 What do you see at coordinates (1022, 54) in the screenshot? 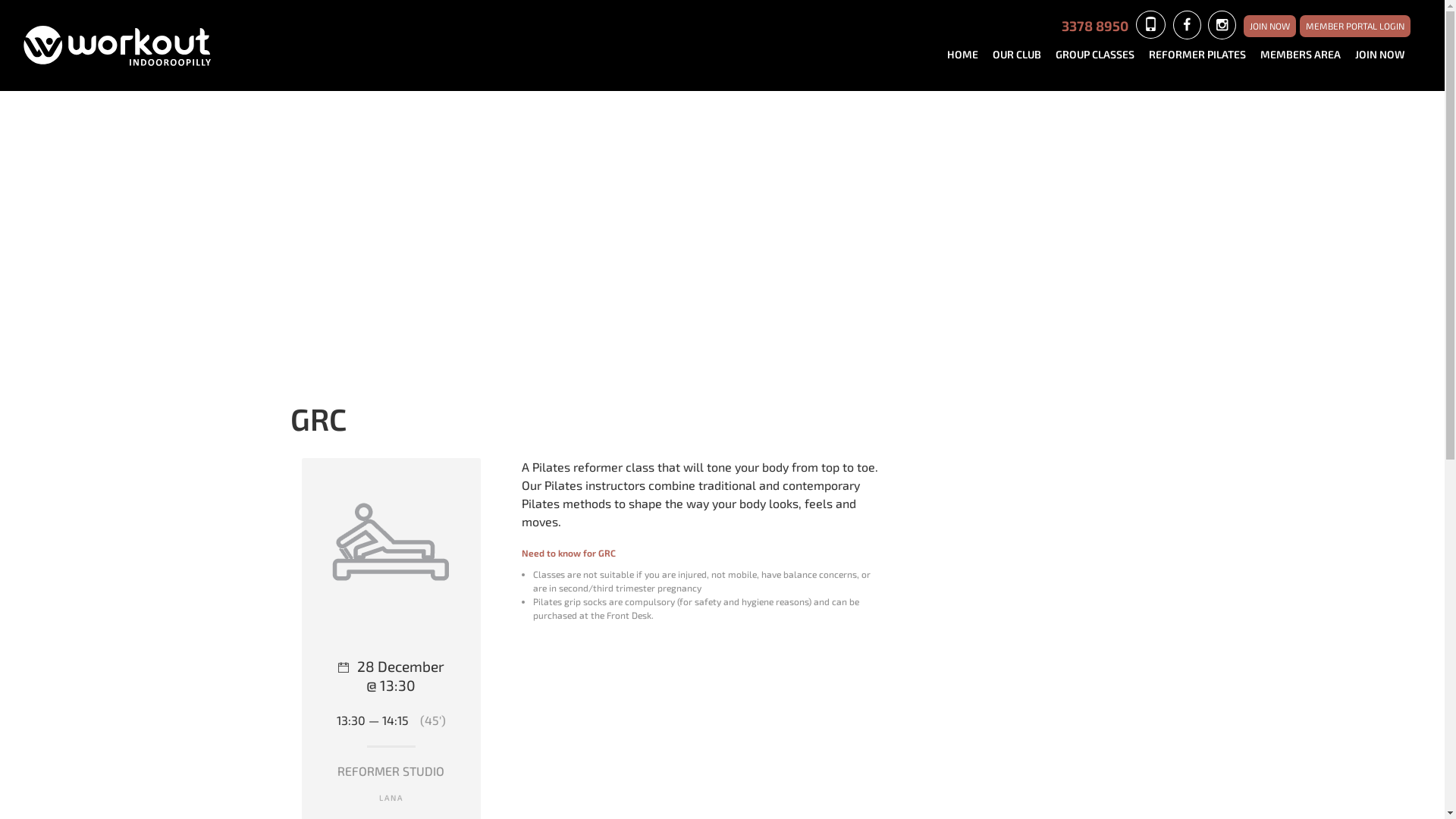
I see `'OUR CLUB'` at bounding box center [1022, 54].